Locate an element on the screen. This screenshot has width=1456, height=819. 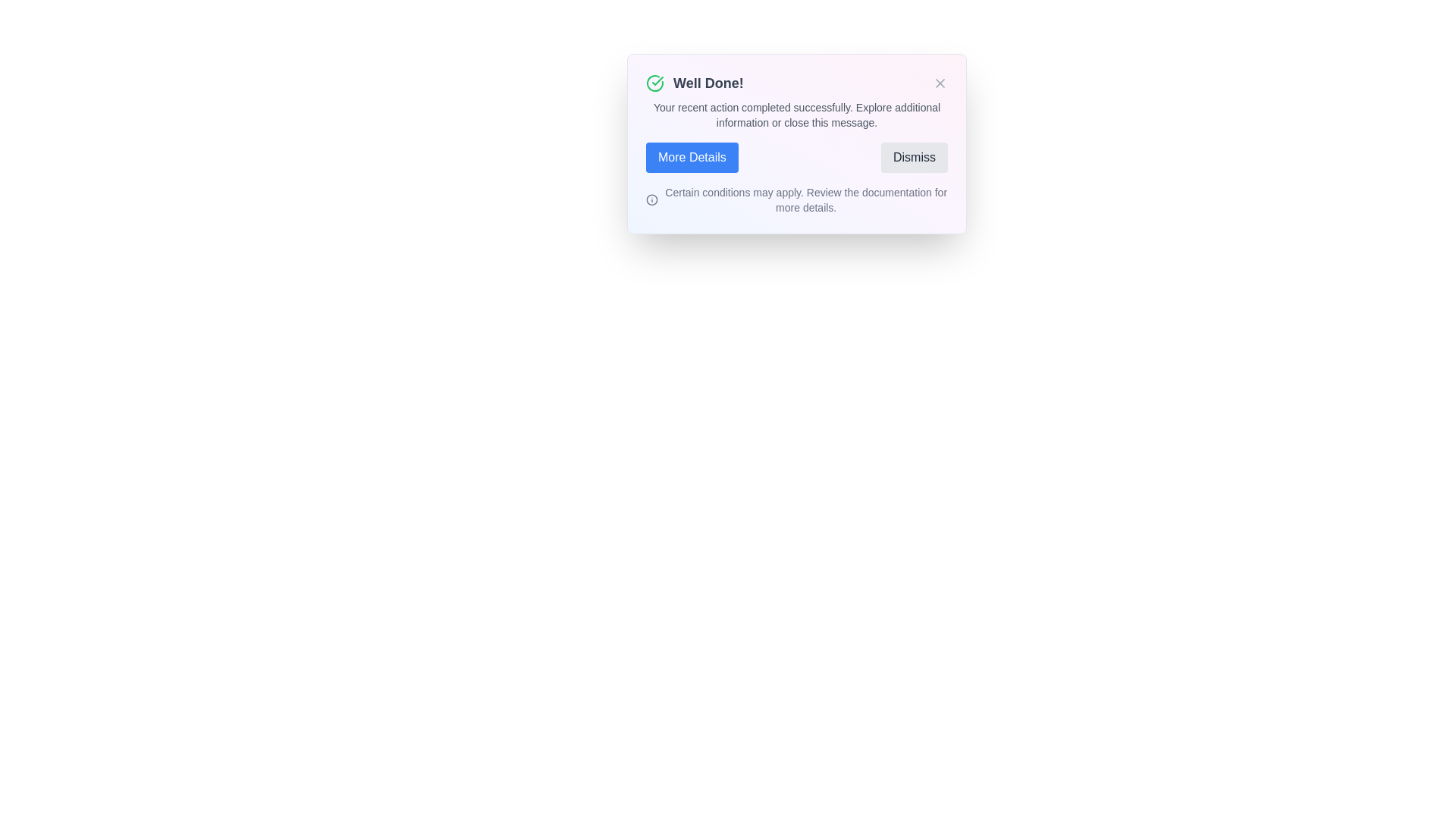
the 'More Details' button is located at coordinates (691, 158).